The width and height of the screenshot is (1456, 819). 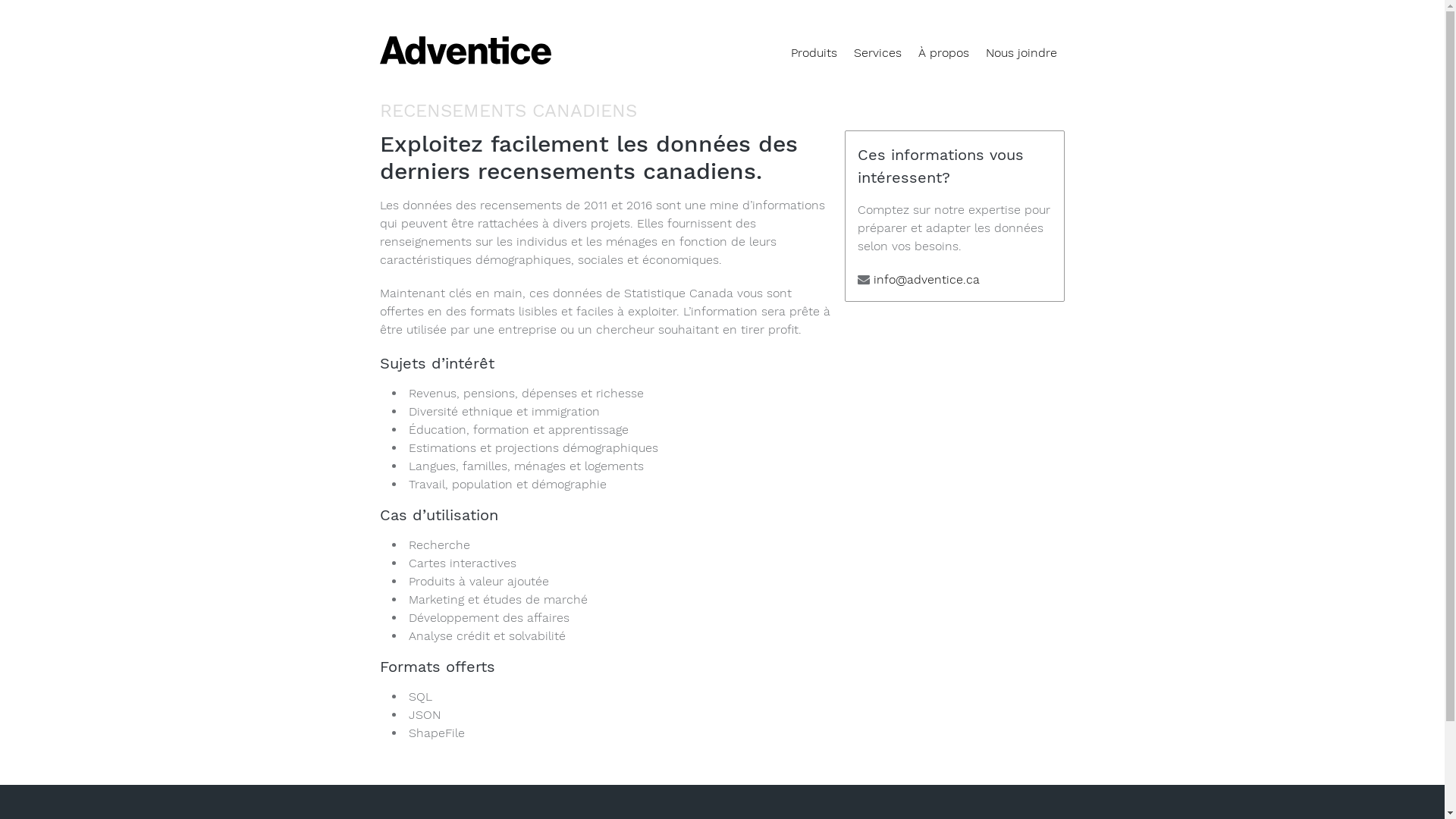 I want to click on 'info@adventice.ca', so click(x=874, y=279).